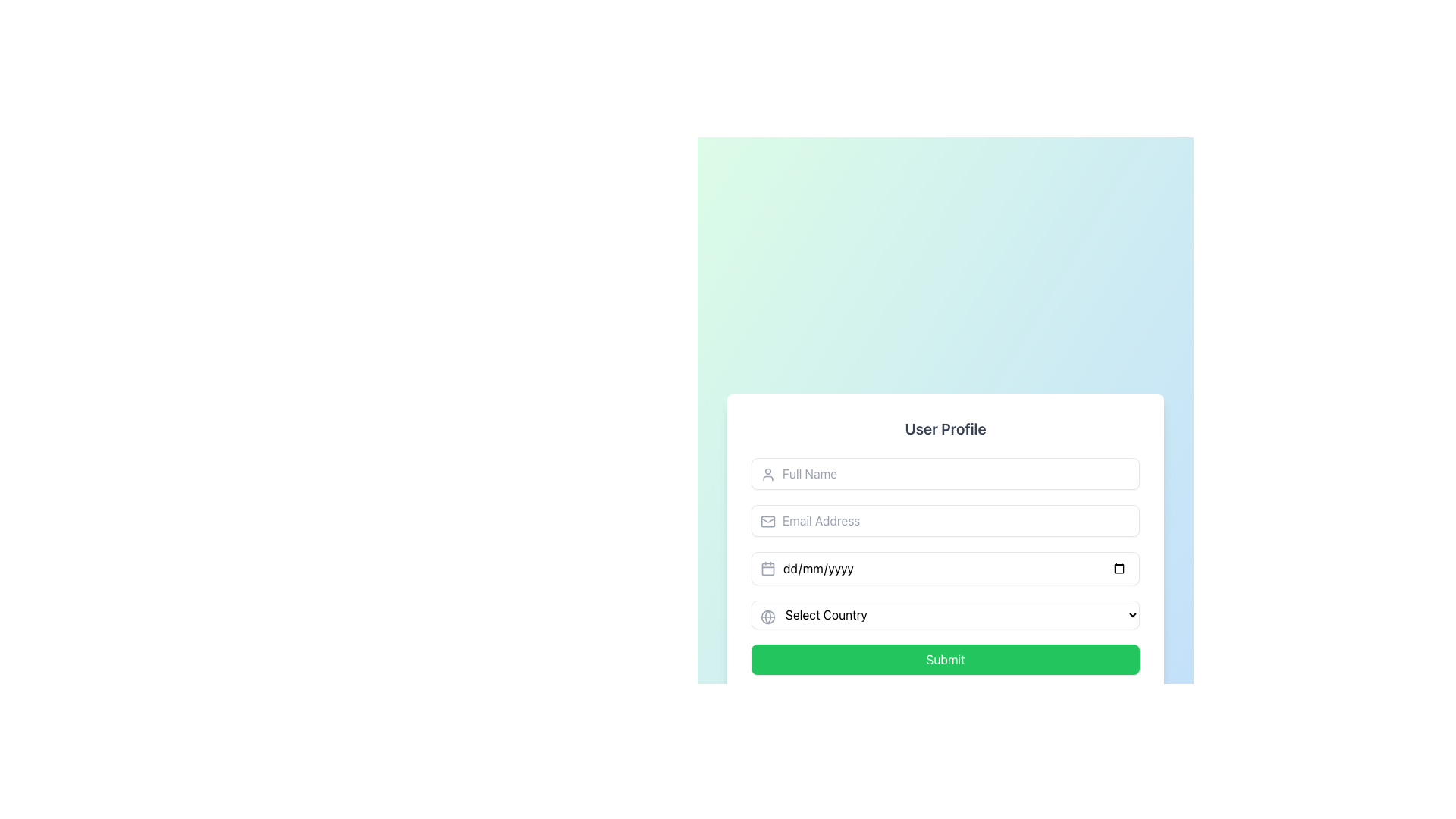  What do you see at coordinates (767, 568) in the screenshot?
I see `the date input icon located to the left of the 'birth date' input field in the 'User Profile' section, which indicates the expected input of a date value and may open a date picker` at bounding box center [767, 568].